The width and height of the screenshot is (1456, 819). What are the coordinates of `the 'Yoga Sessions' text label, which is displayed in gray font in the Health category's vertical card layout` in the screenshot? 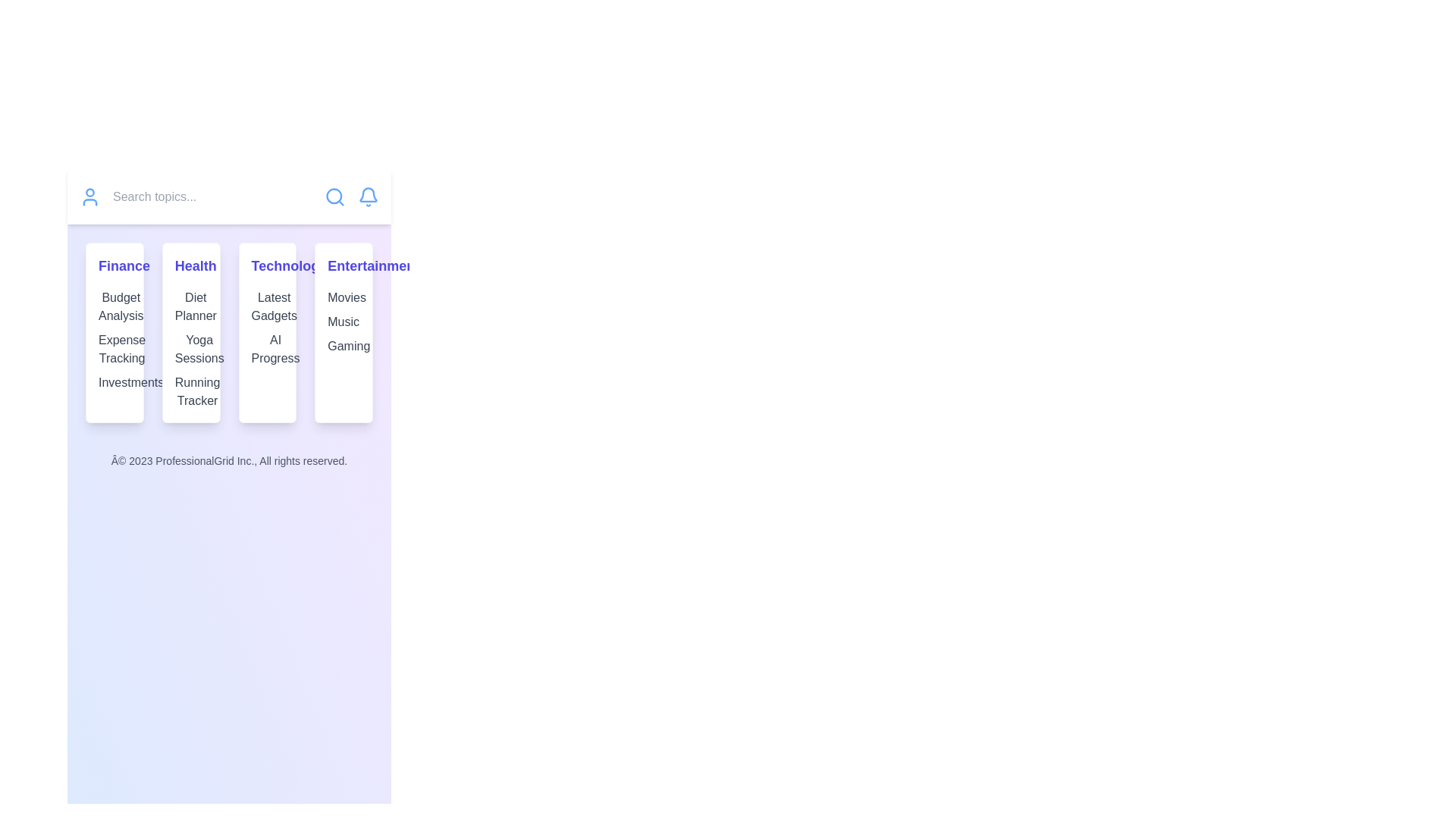 It's located at (190, 350).